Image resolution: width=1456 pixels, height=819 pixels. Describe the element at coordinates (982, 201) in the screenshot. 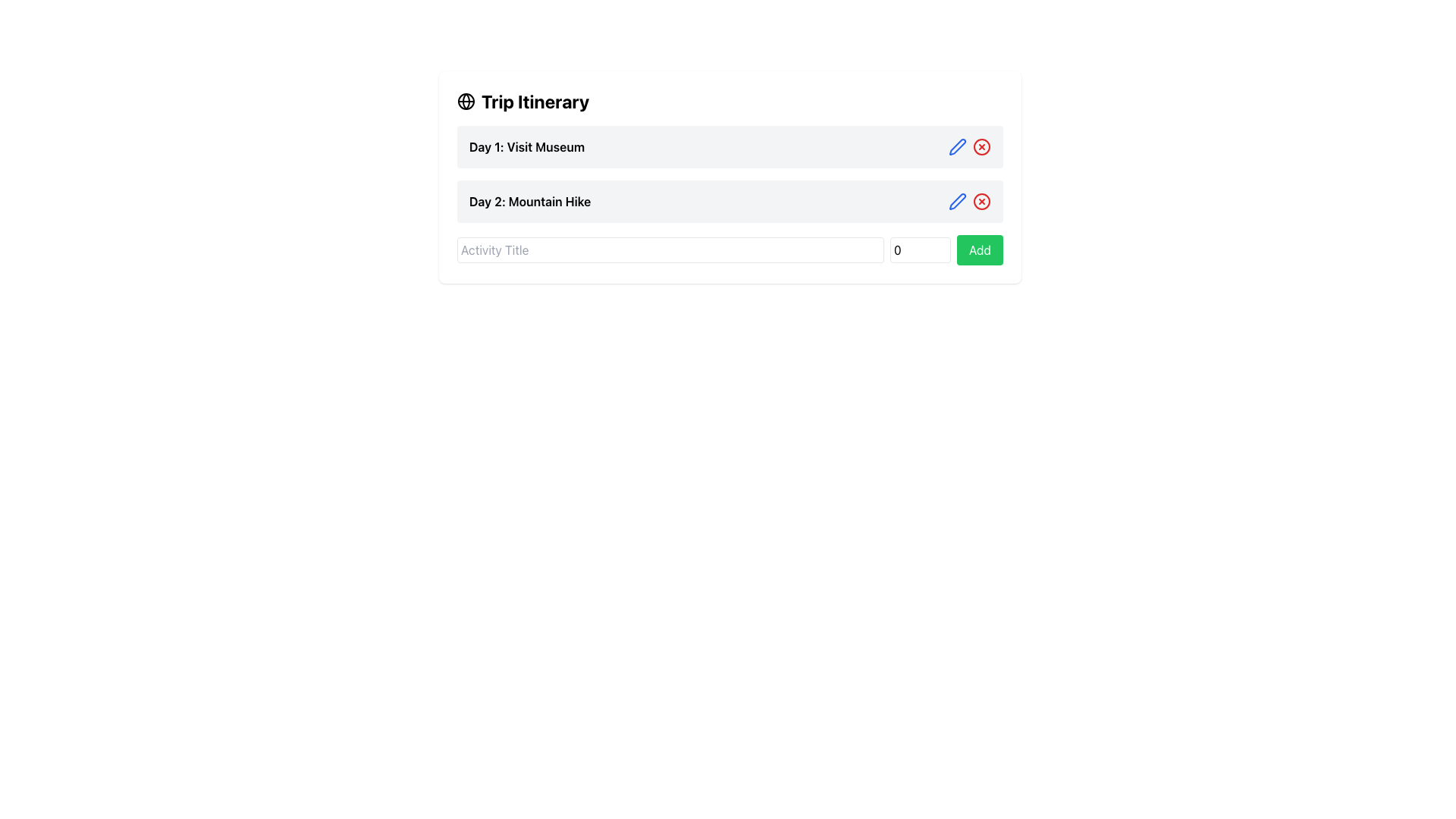

I see `the red circular icon with an 'X' symbol inside, which is the delete button for the entry titled 'Day 2: Mountain Hike'` at that location.